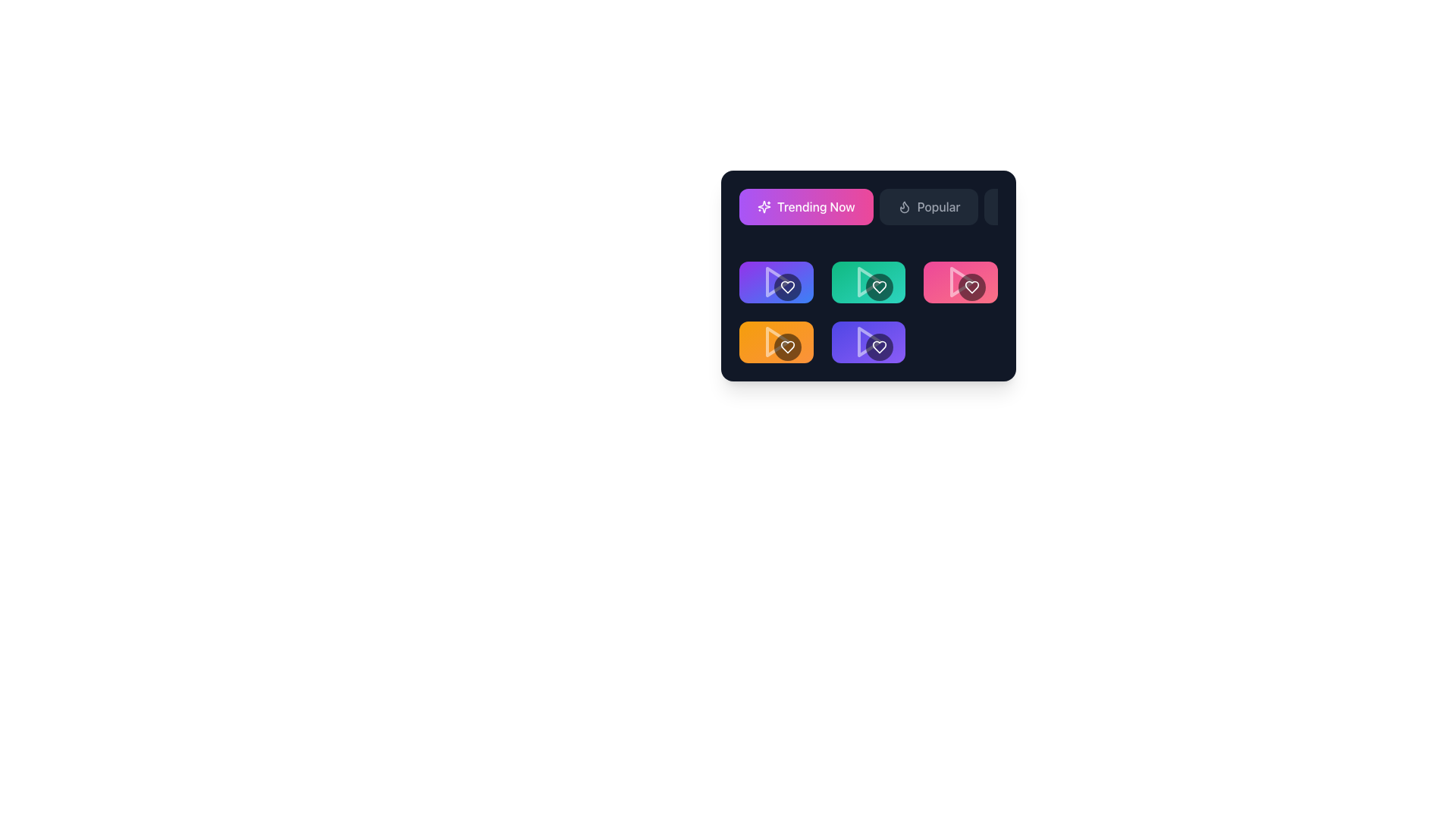  Describe the element at coordinates (868, 282) in the screenshot. I see `the Interactive Media Thumbnail tile with a gradient background and play icon` at that location.